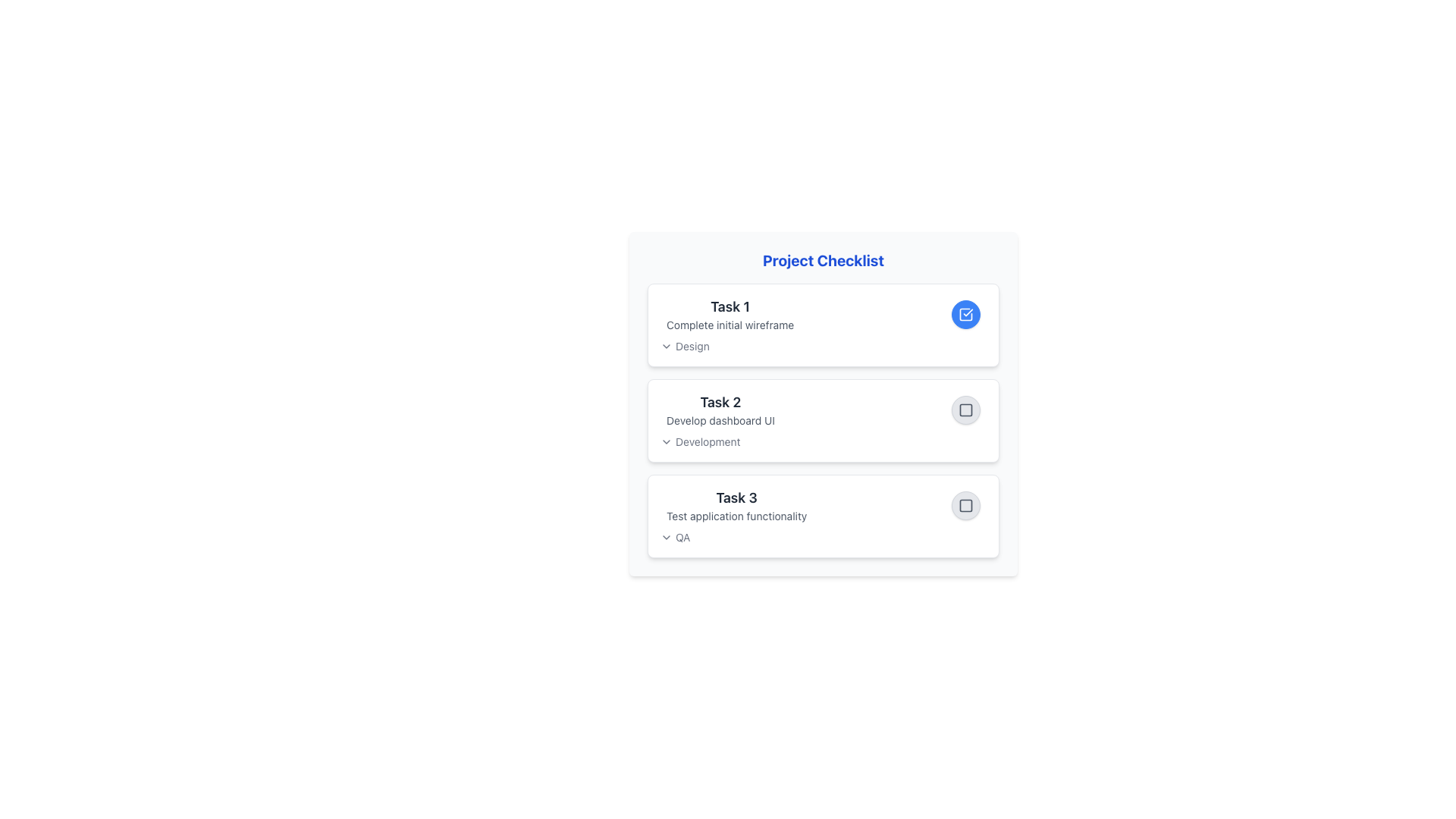 Image resolution: width=1456 pixels, height=819 pixels. What do you see at coordinates (965, 506) in the screenshot?
I see `the status indicator icon for 'Task 3' located at the right end of the card header in the 'Task 3 - Test application functionality' task card` at bounding box center [965, 506].